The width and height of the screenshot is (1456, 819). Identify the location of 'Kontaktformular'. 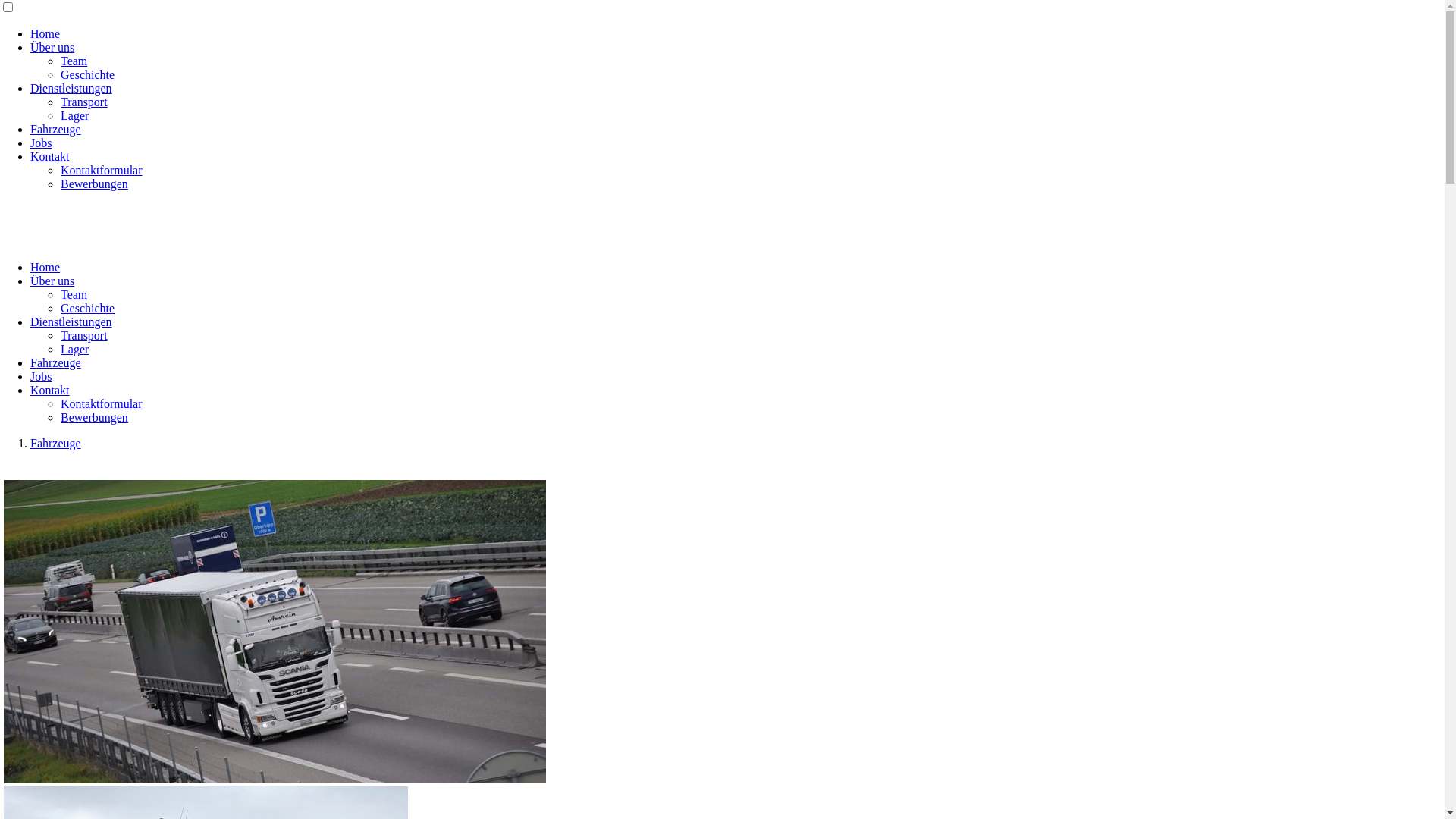
(101, 170).